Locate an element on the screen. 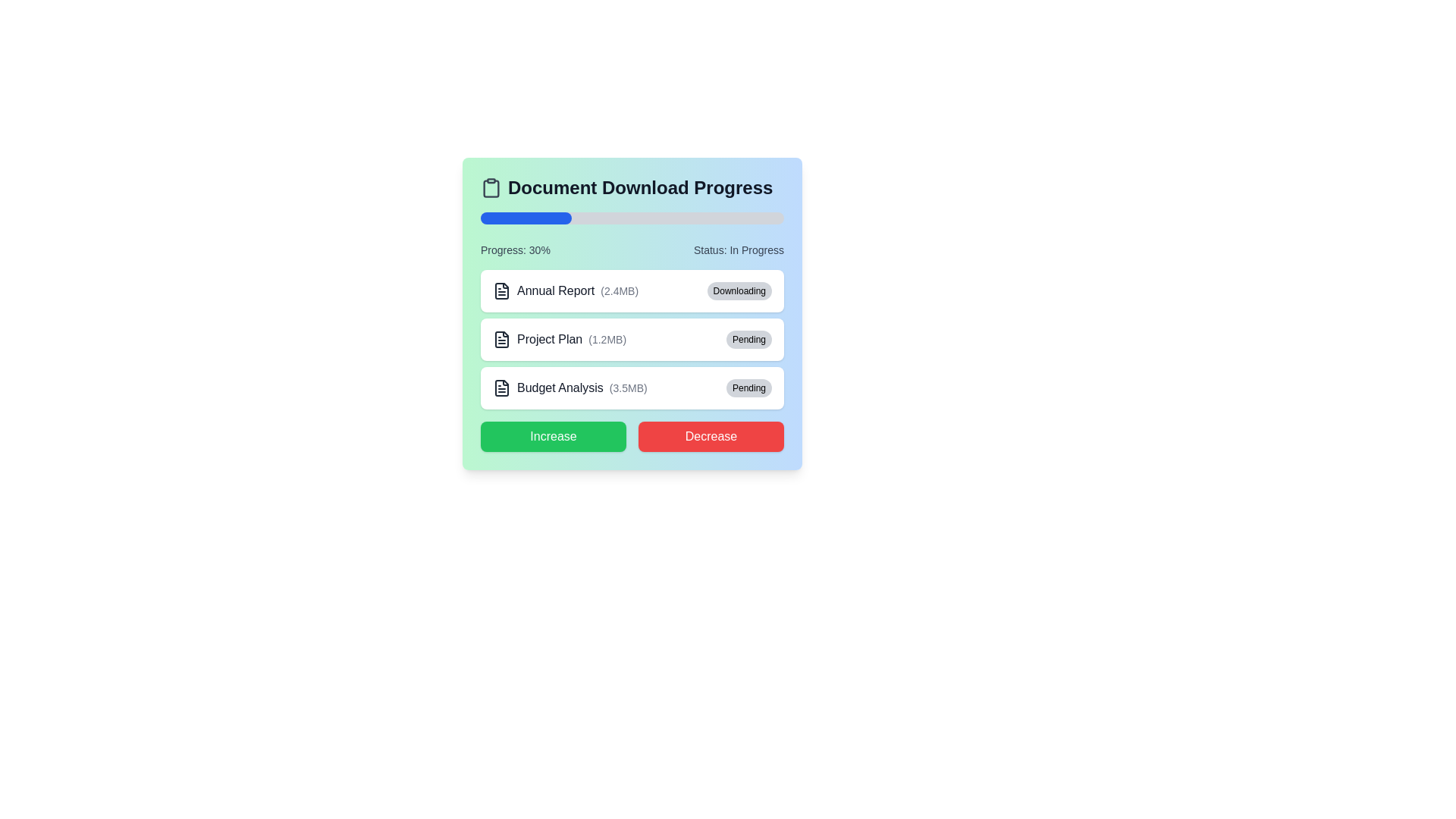  the informational card for the file 'Budget Analysis', which is 3.5MB in size and currently marked as 'Pending'. This card is the third in a list of three similar items is located at coordinates (632, 388).